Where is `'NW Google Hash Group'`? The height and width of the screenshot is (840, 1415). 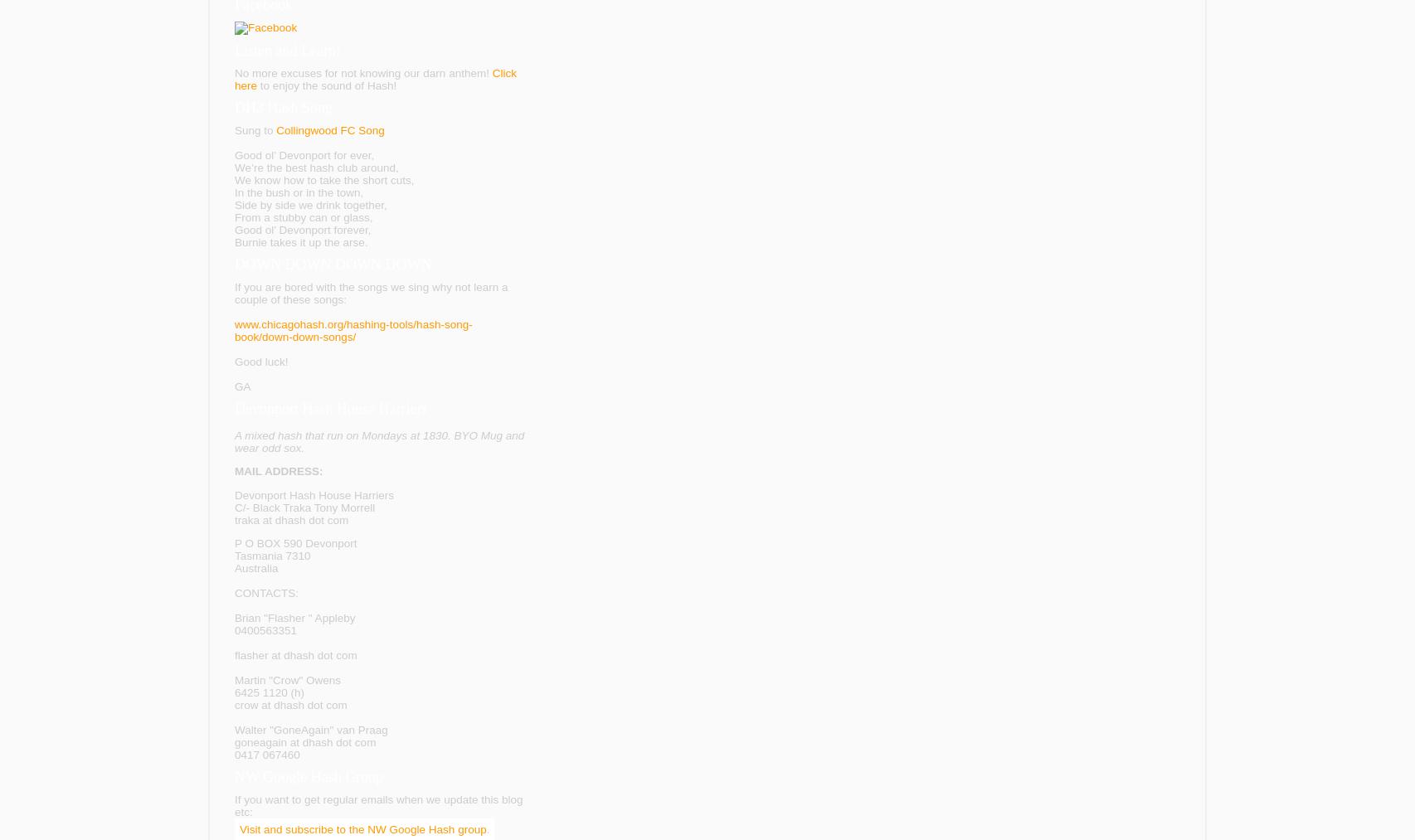
'NW Google Hash Group' is located at coordinates (235, 777).